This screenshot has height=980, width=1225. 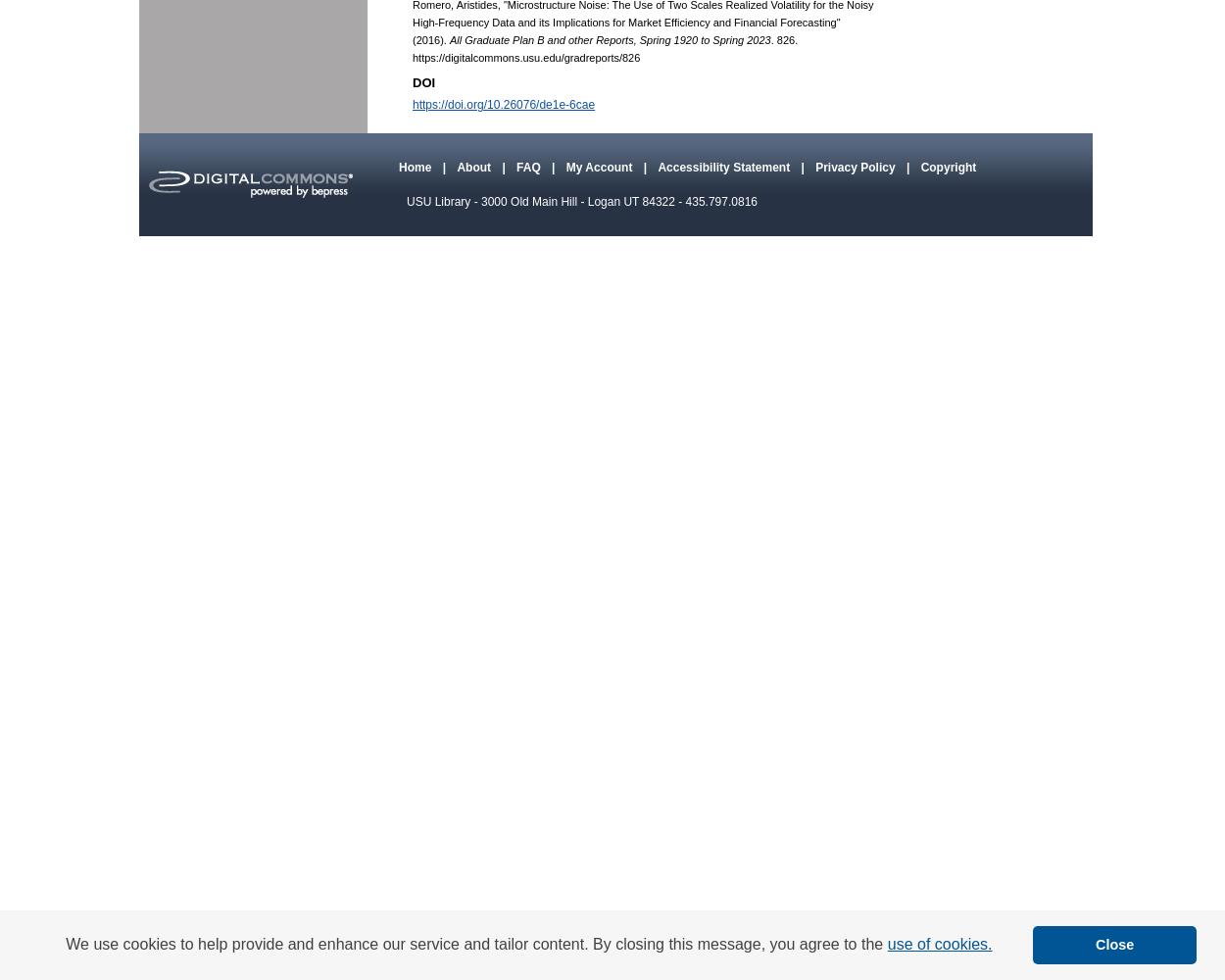 What do you see at coordinates (784, 40) in the screenshot?
I see `'.  826.'` at bounding box center [784, 40].